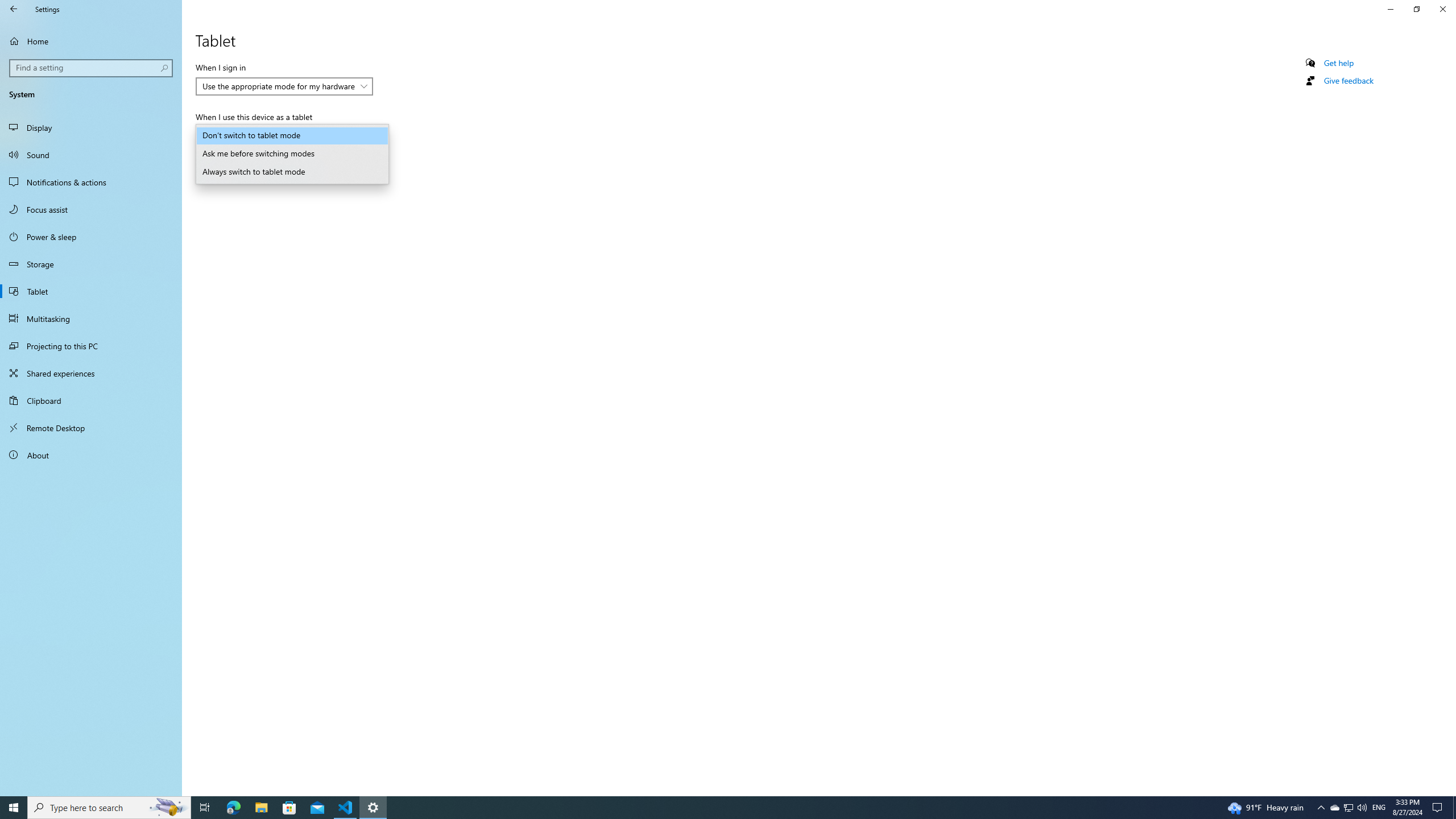 The width and height of the screenshot is (1456, 819). I want to click on 'Microsoft Store', so click(289, 806).